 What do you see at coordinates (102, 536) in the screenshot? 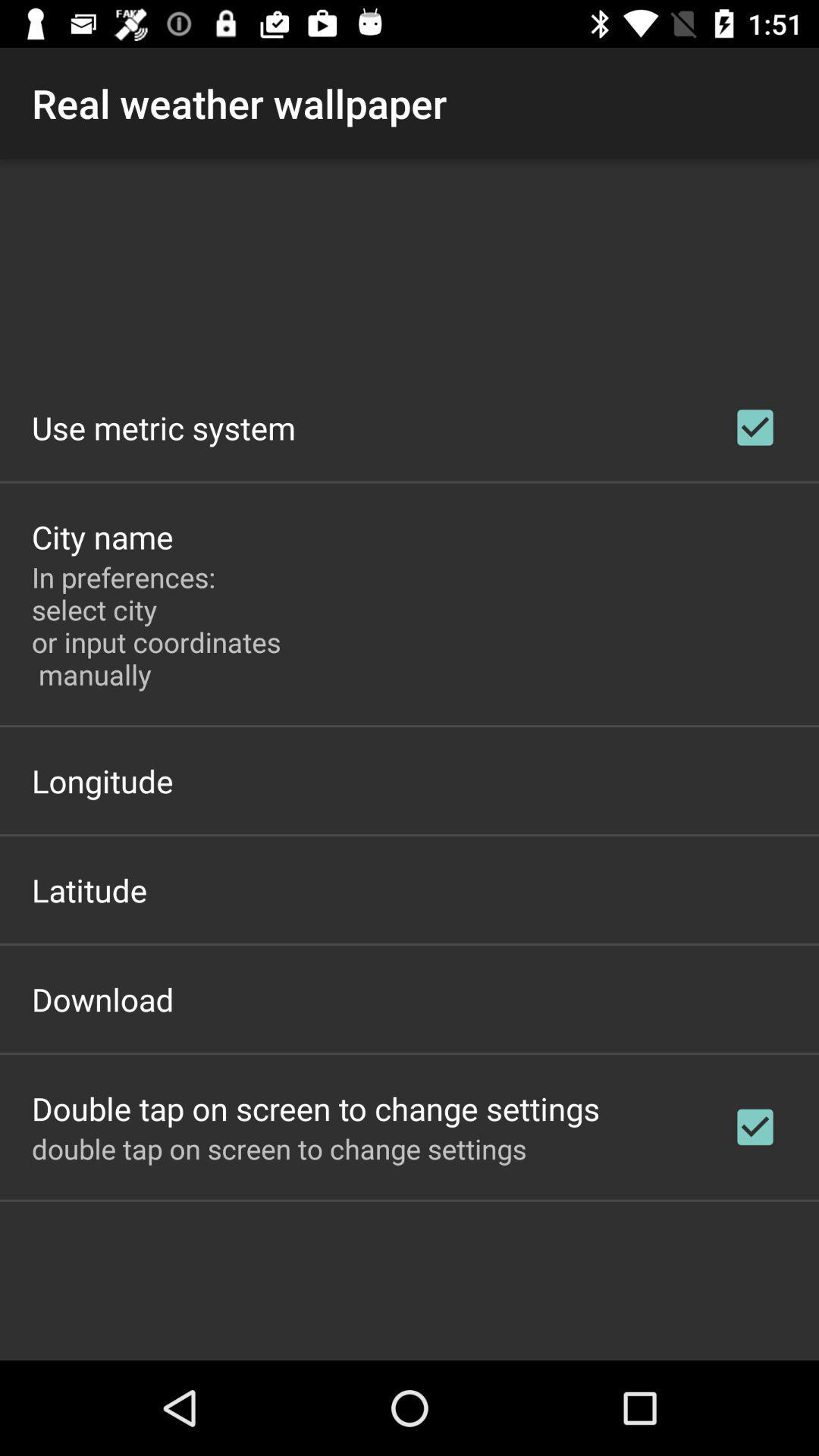
I see `app above in preferences select item` at bounding box center [102, 536].